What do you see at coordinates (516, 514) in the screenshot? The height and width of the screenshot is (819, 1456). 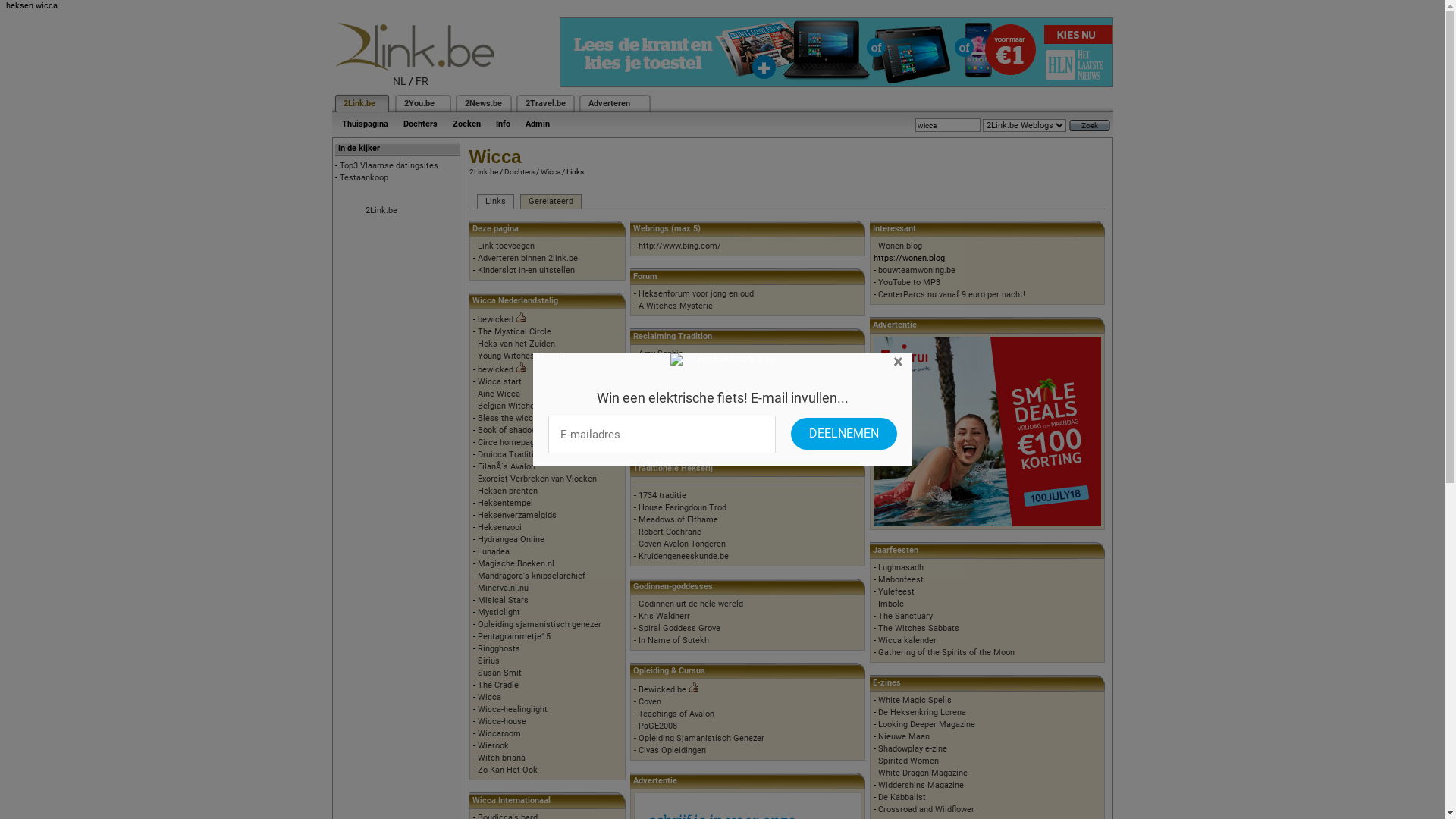 I see `'Heksenverzamelgids'` at bounding box center [516, 514].